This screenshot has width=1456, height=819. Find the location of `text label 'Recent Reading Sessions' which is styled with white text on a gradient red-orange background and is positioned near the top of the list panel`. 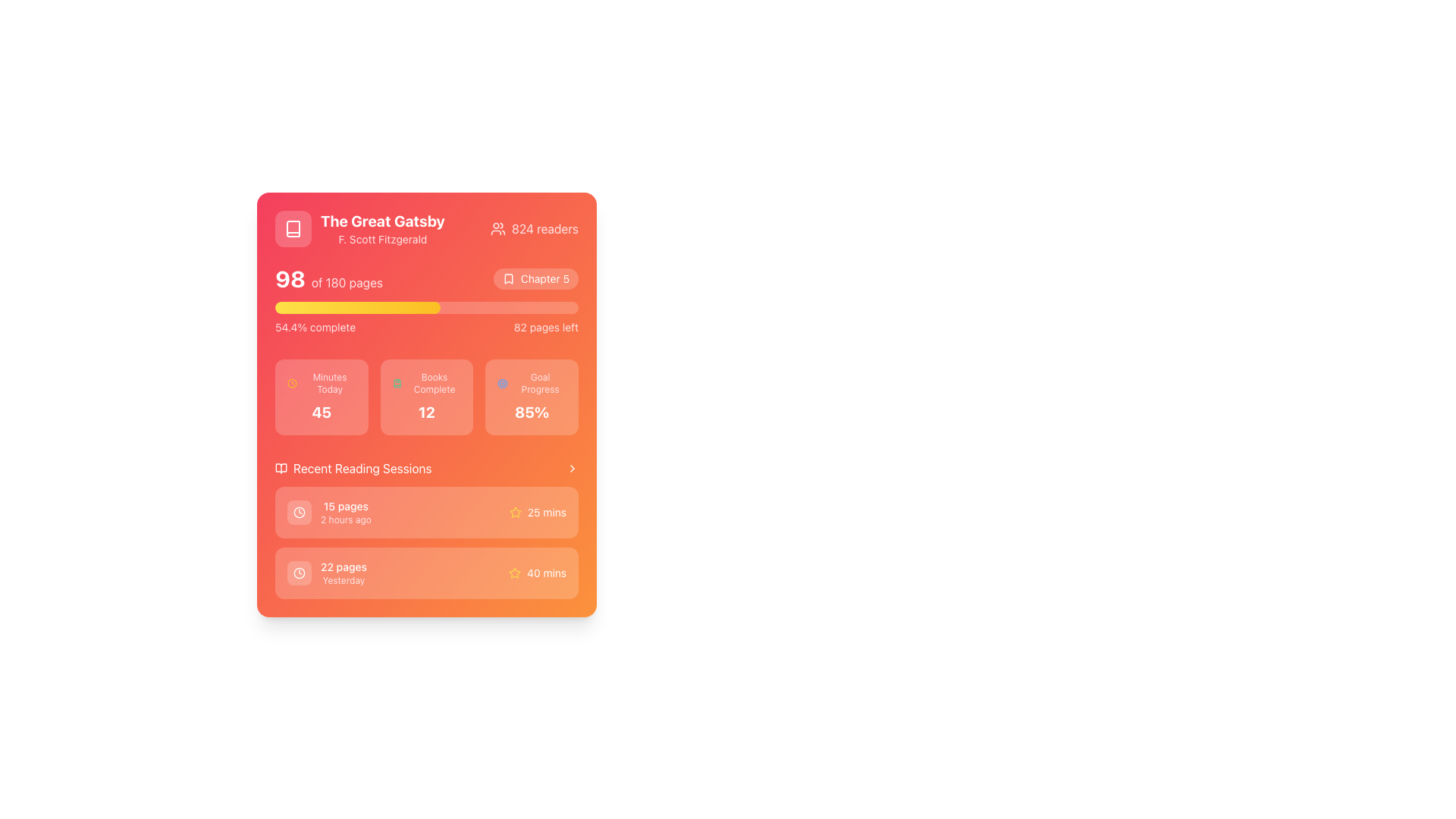

text label 'Recent Reading Sessions' which is styled with white text on a gradient red-orange background and is positioned near the top of the list panel is located at coordinates (425, 467).